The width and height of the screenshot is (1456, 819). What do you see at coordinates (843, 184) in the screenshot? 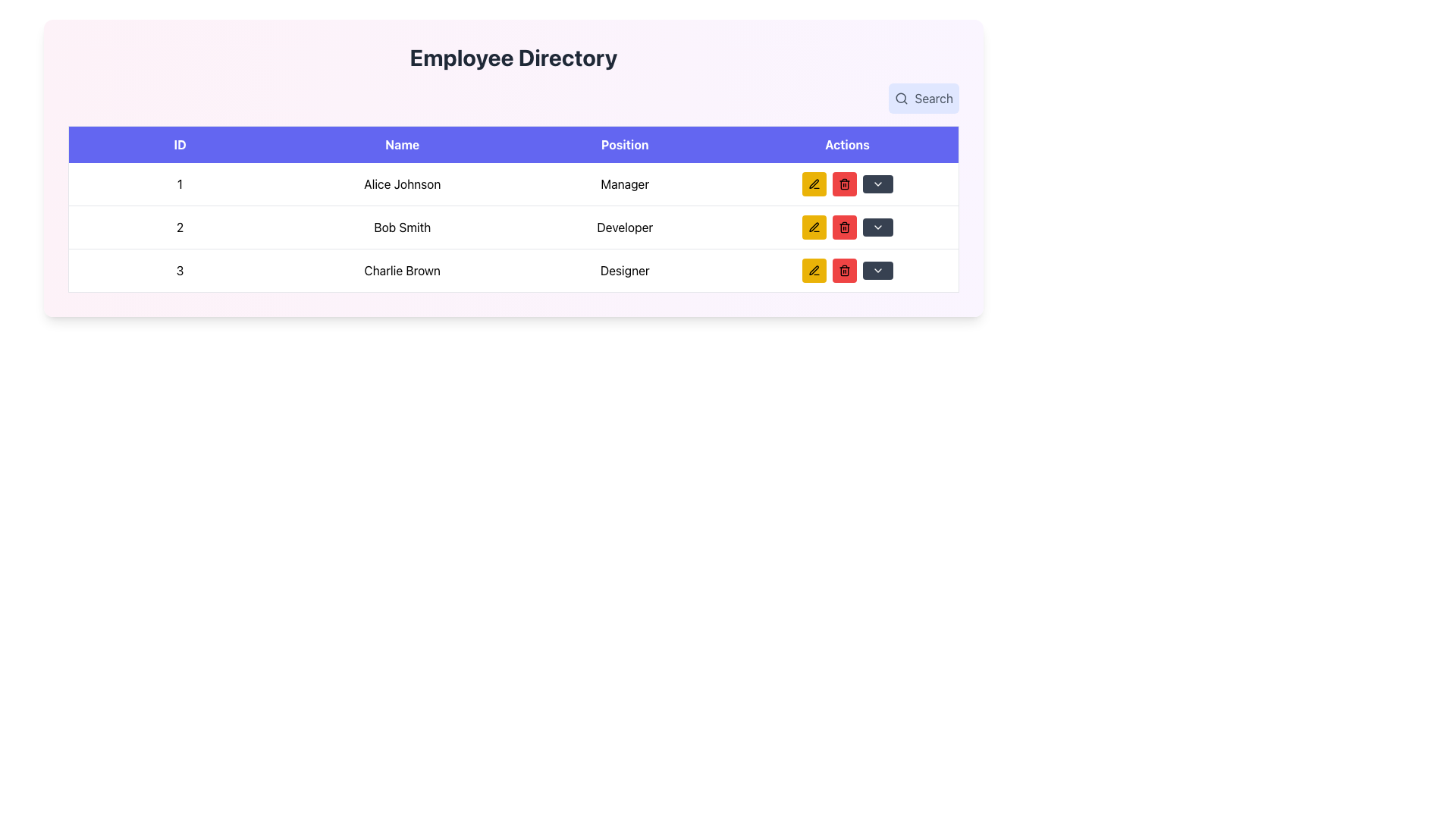
I see `the delete button in the 'Actions' column of the table for the employee 'Bob Smith' to initiate deletion` at bounding box center [843, 184].